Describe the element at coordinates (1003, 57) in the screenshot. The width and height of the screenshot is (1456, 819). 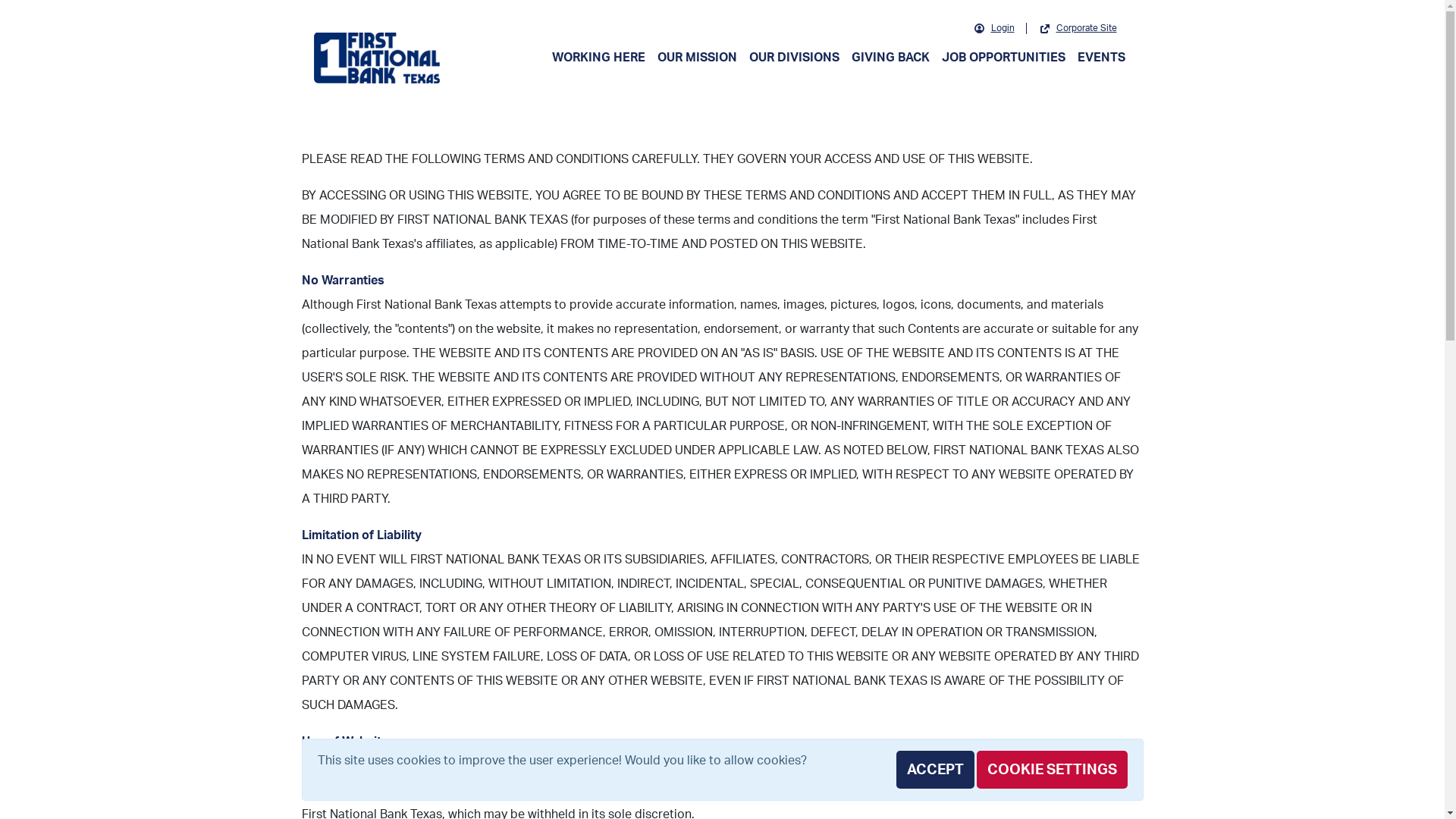
I see `'JOB OPPORTUNITIES'` at that location.